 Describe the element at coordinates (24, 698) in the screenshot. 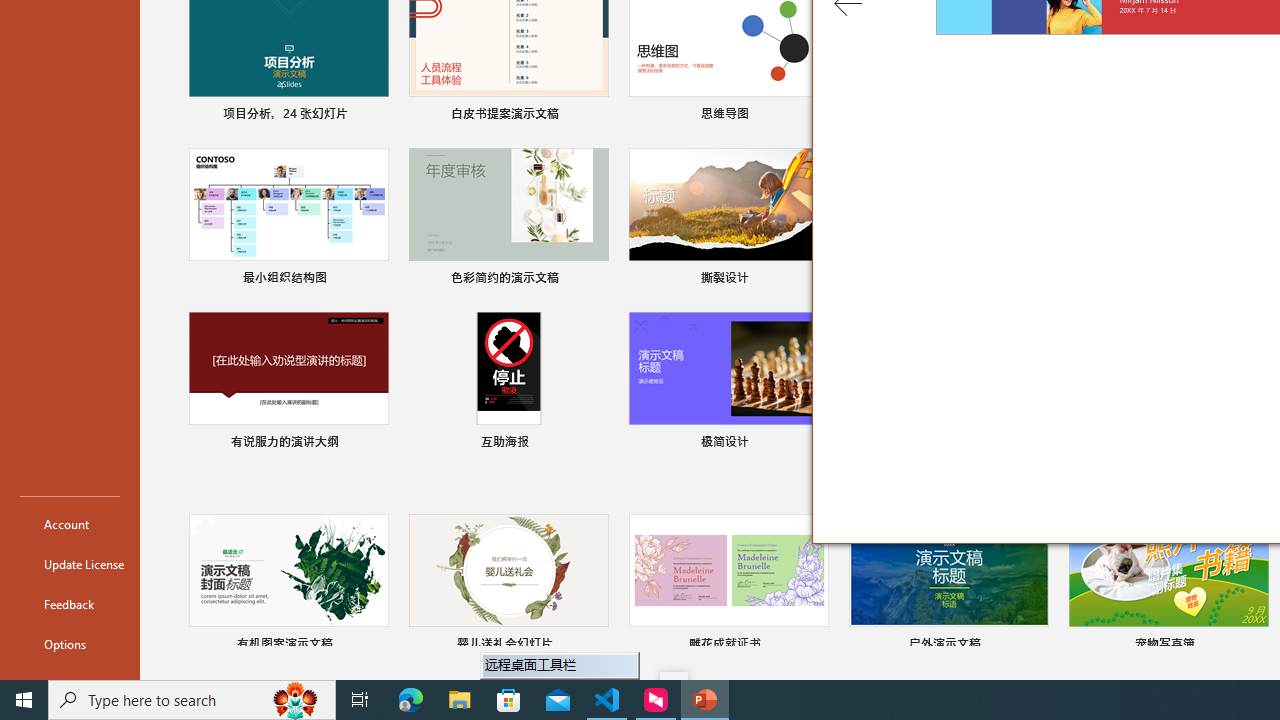

I see `'Start'` at that location.